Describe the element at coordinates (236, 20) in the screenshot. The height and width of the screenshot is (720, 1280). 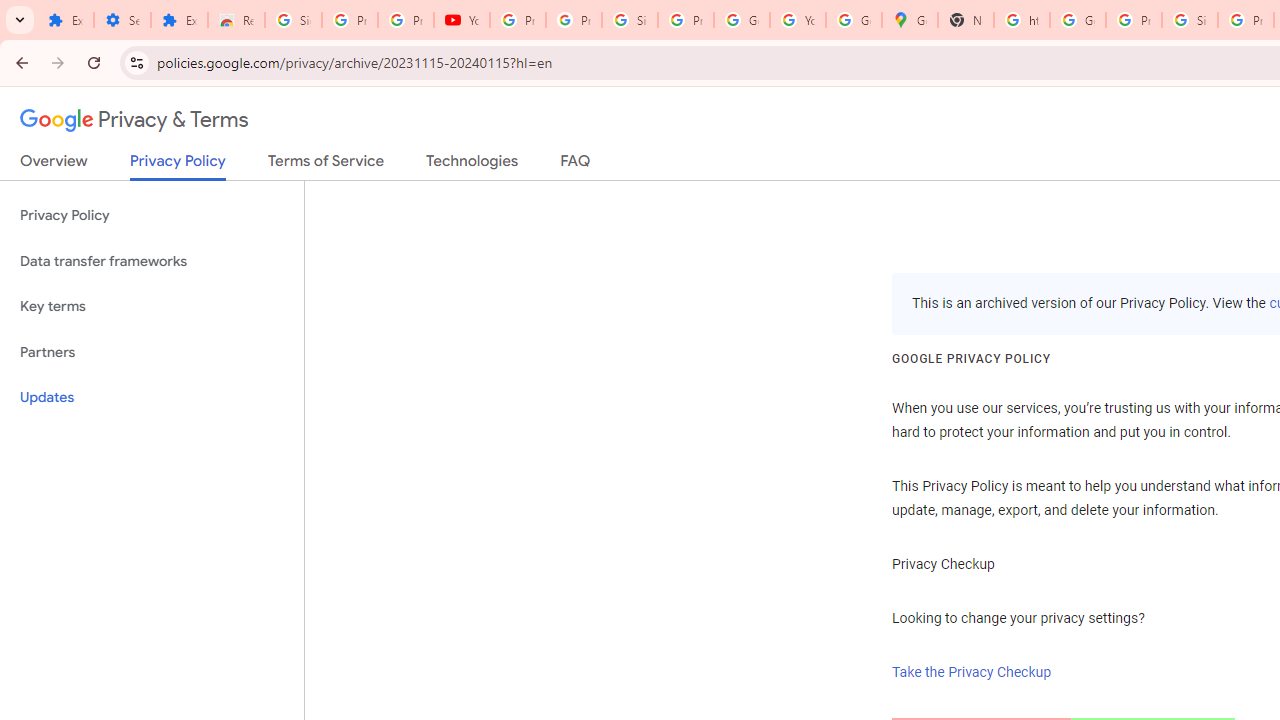
I see `'Reviews: Helix Fruit Jump Arcade Game'` at that location.